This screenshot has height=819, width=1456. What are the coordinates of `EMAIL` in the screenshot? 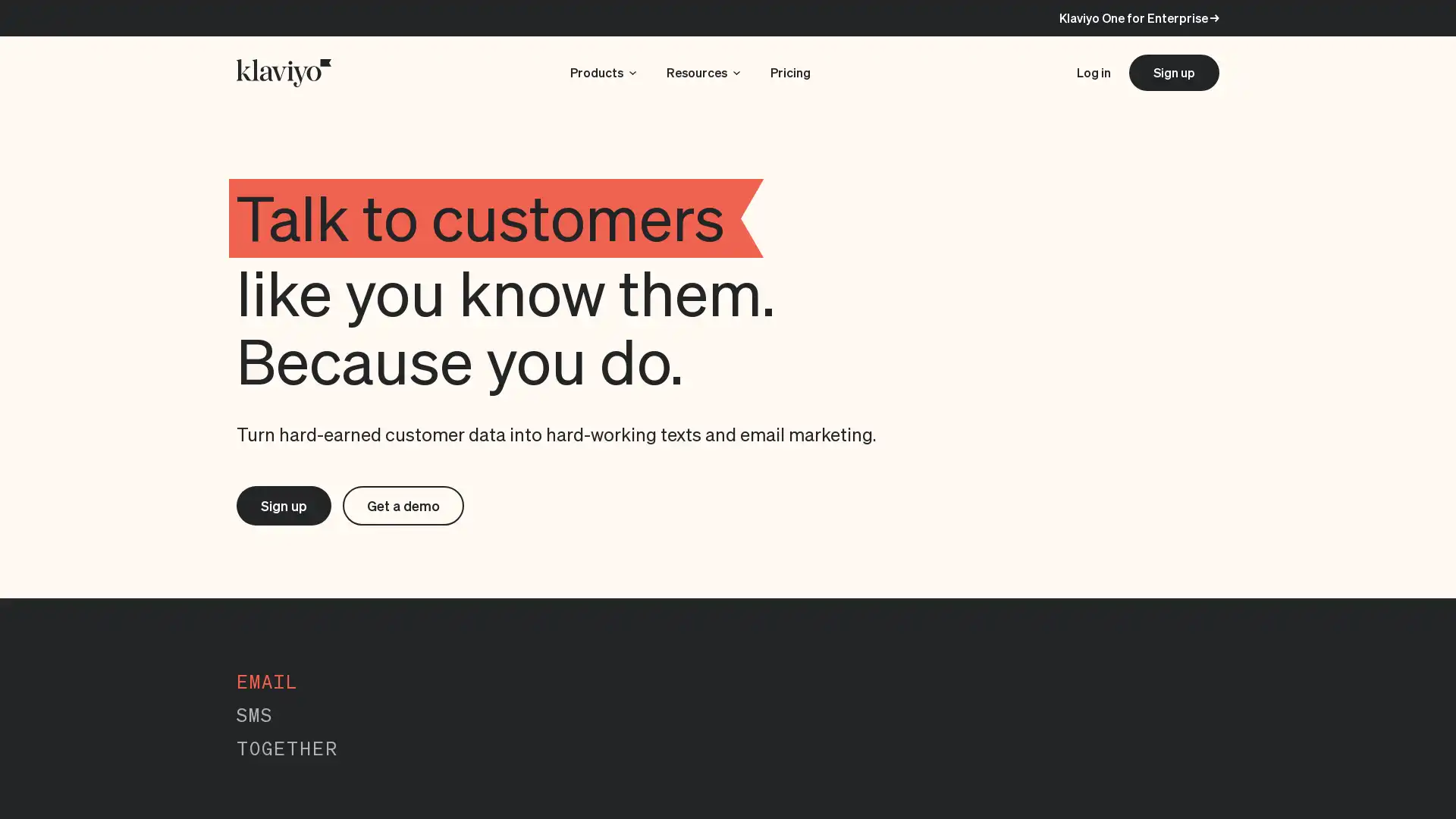 It's located at (267, 684).